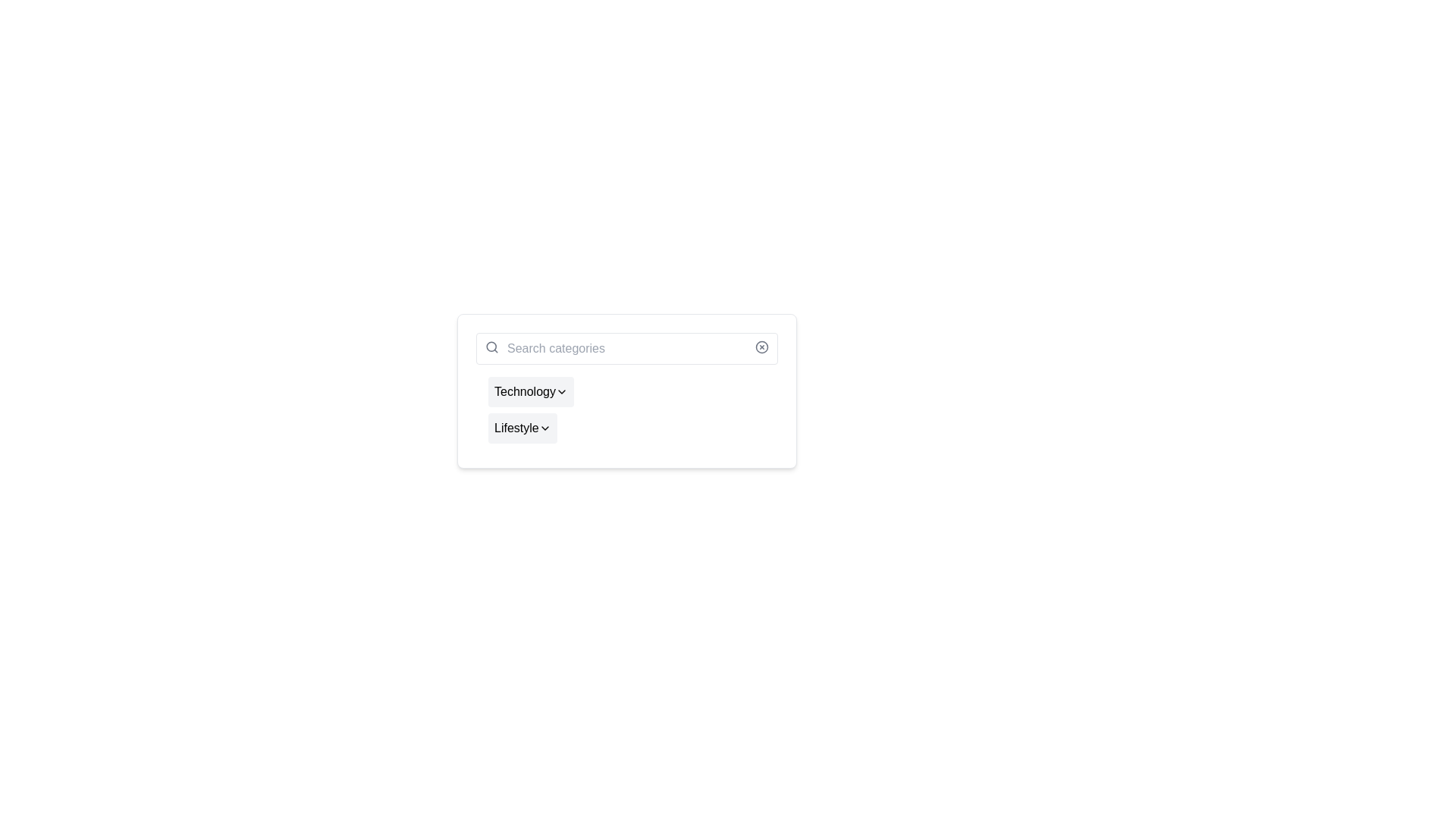  I want to click on the magnifying glass icon, so click(491, 347).